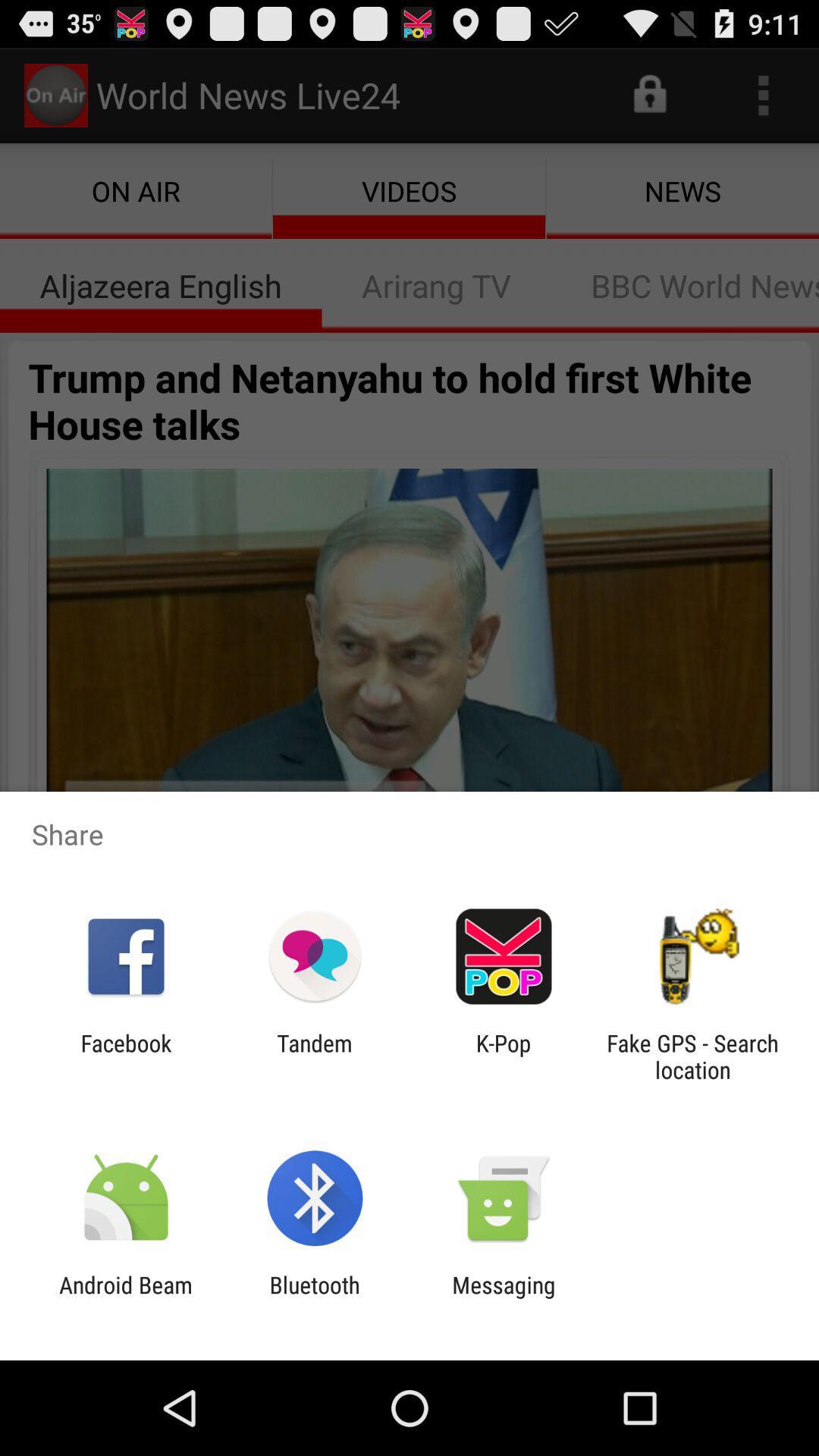  Describe the element at coordinates (314, 1056) in the screenshot. I see `the tandem item` at that location.